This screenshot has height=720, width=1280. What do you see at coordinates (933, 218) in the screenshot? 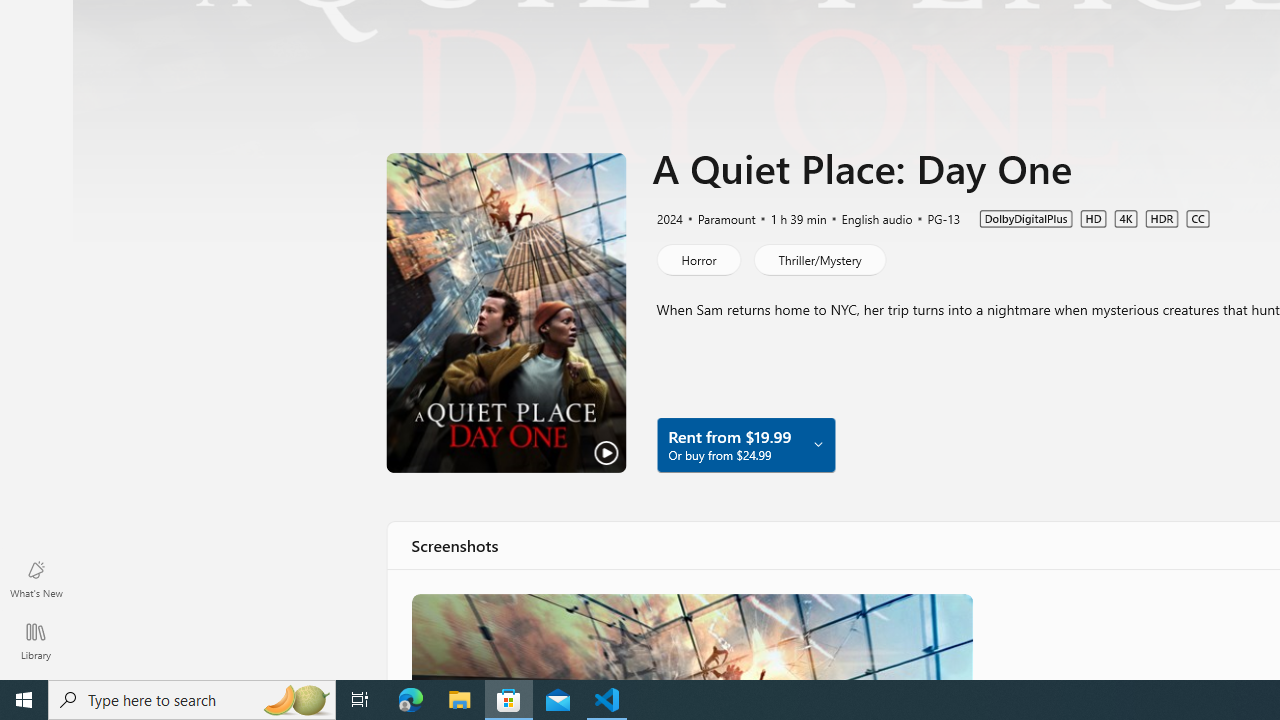
I see `'PG-13'` at bounding box center [933, 218].